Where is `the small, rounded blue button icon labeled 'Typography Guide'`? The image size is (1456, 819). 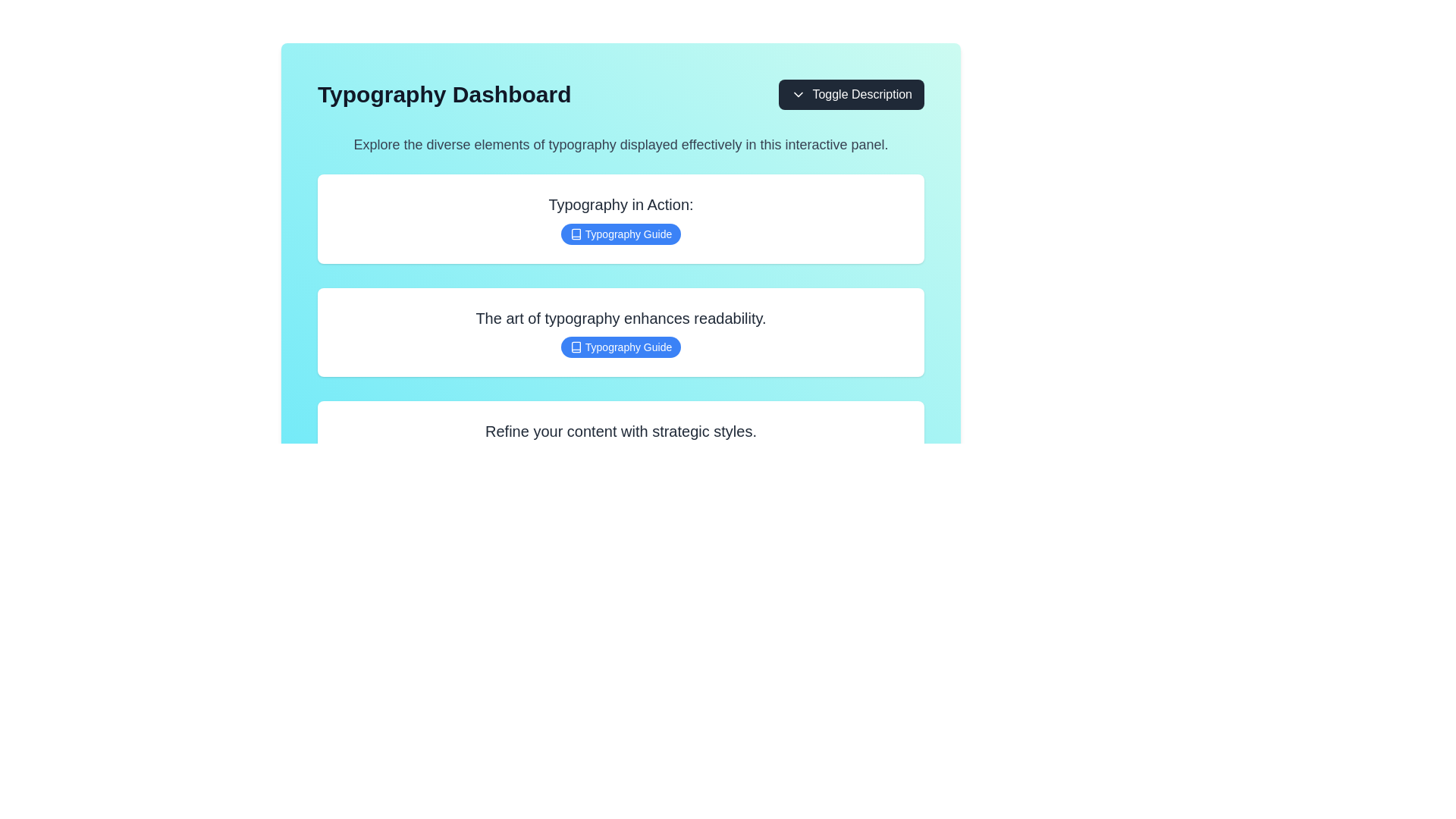
the small, rounded blue button icon labeled 'Typography Guide' is located at coordinates (575, 234).